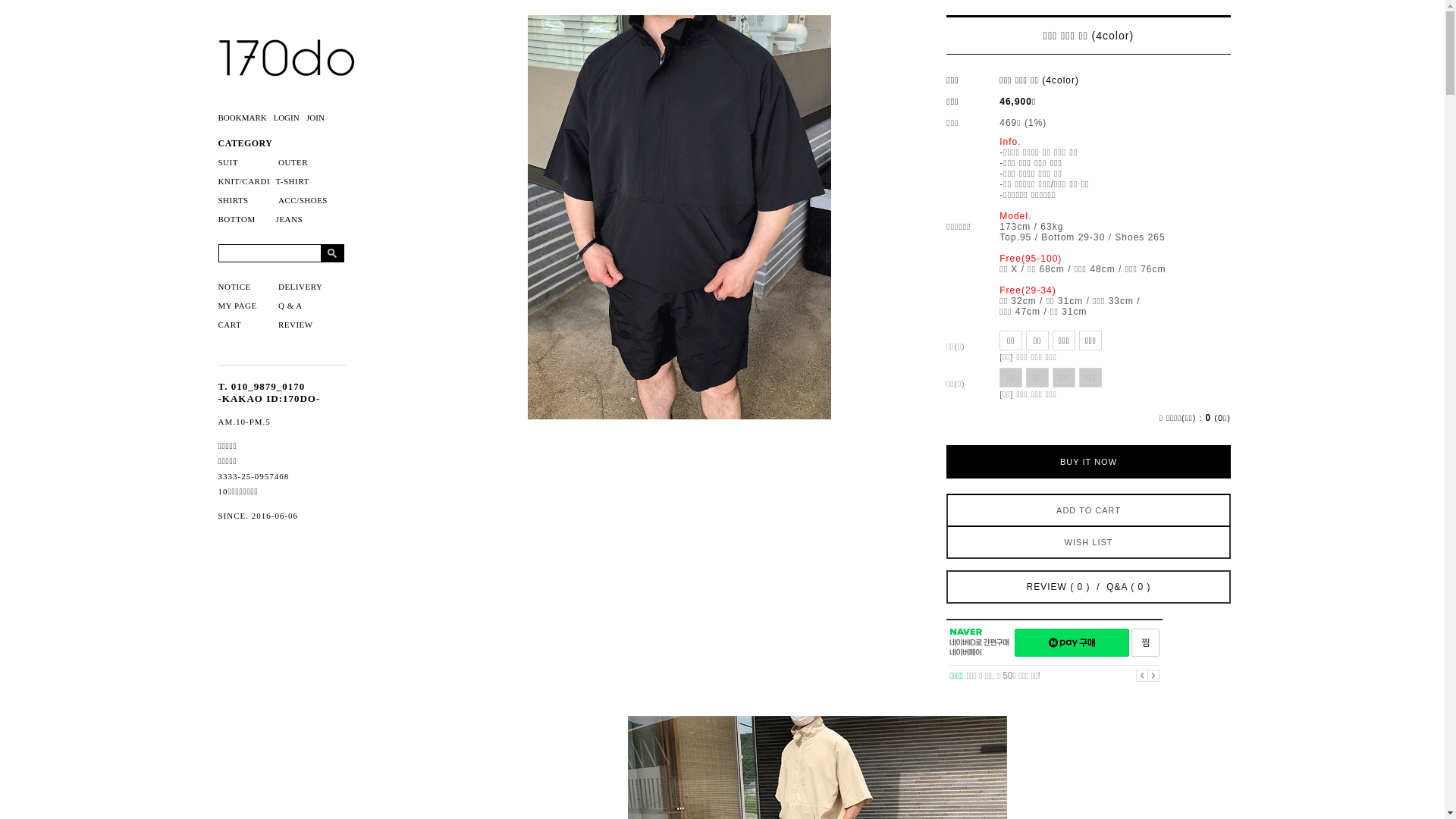  Describe the element at coordinates (300, 287) in the screenshot. I see `'DELIVERY'` at that location.